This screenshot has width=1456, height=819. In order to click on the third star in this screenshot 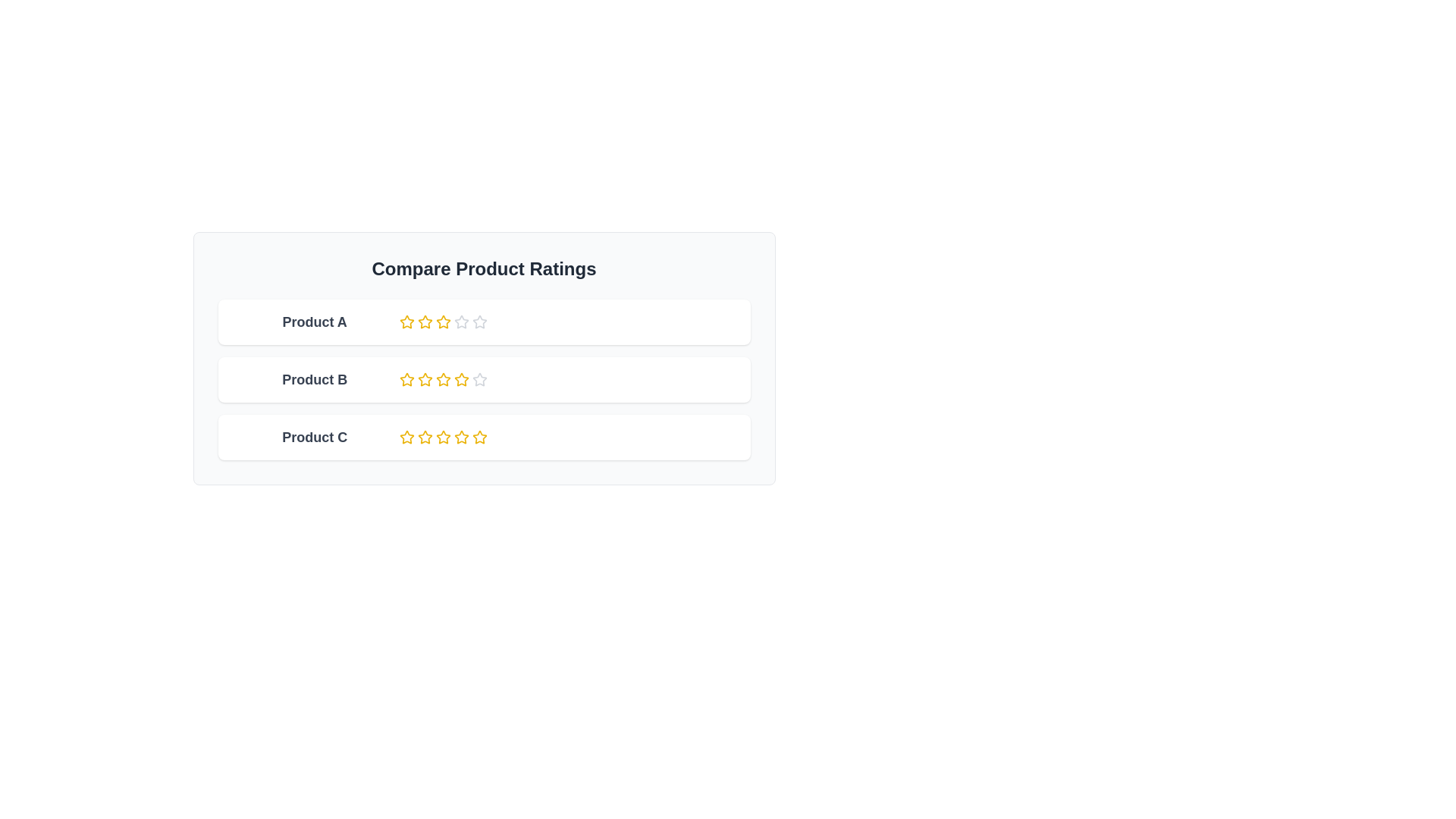, I will do `click(442, 378)`.